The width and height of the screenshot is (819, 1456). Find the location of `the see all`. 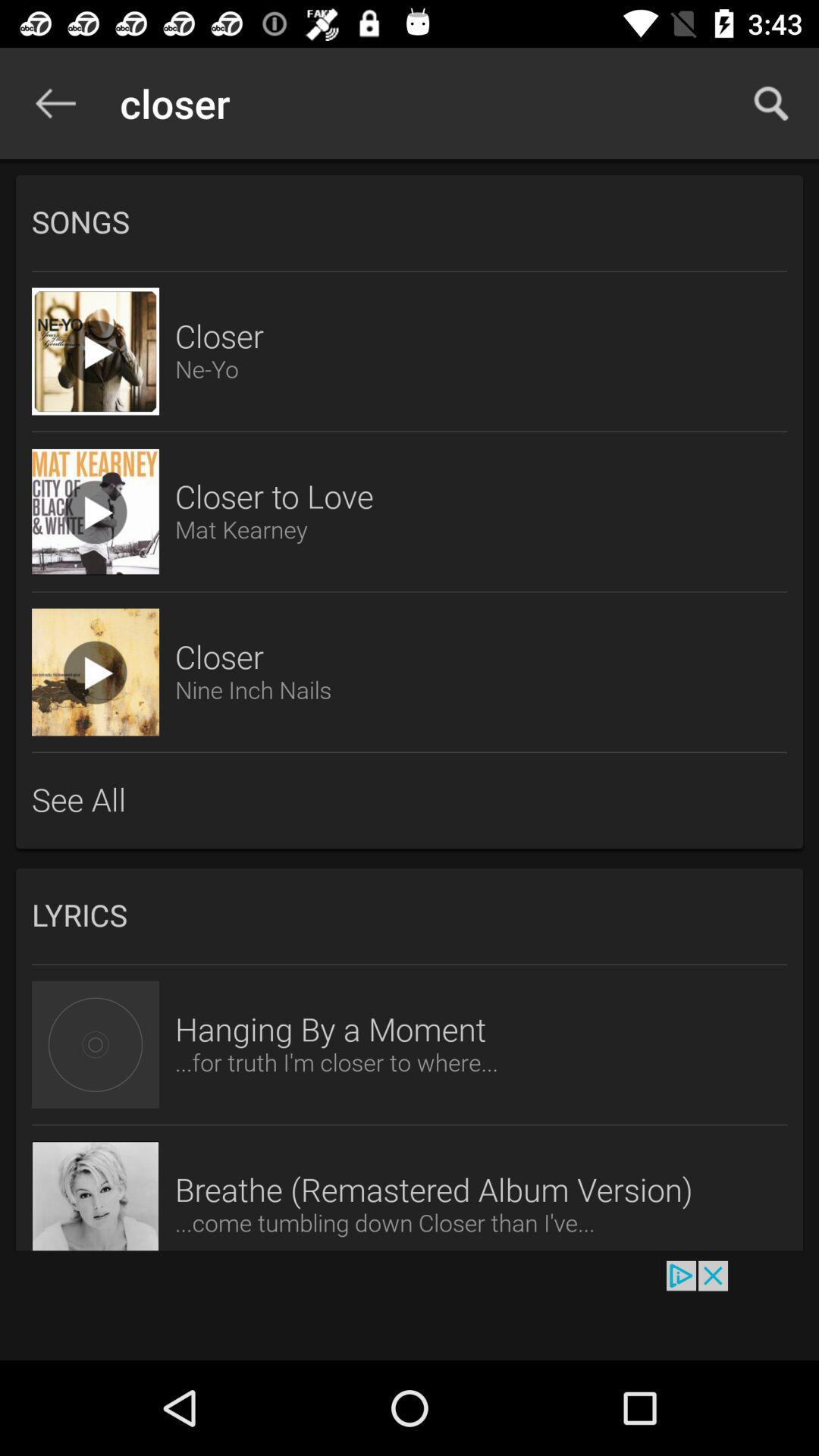

the see all is located at coordinates (409, 800).